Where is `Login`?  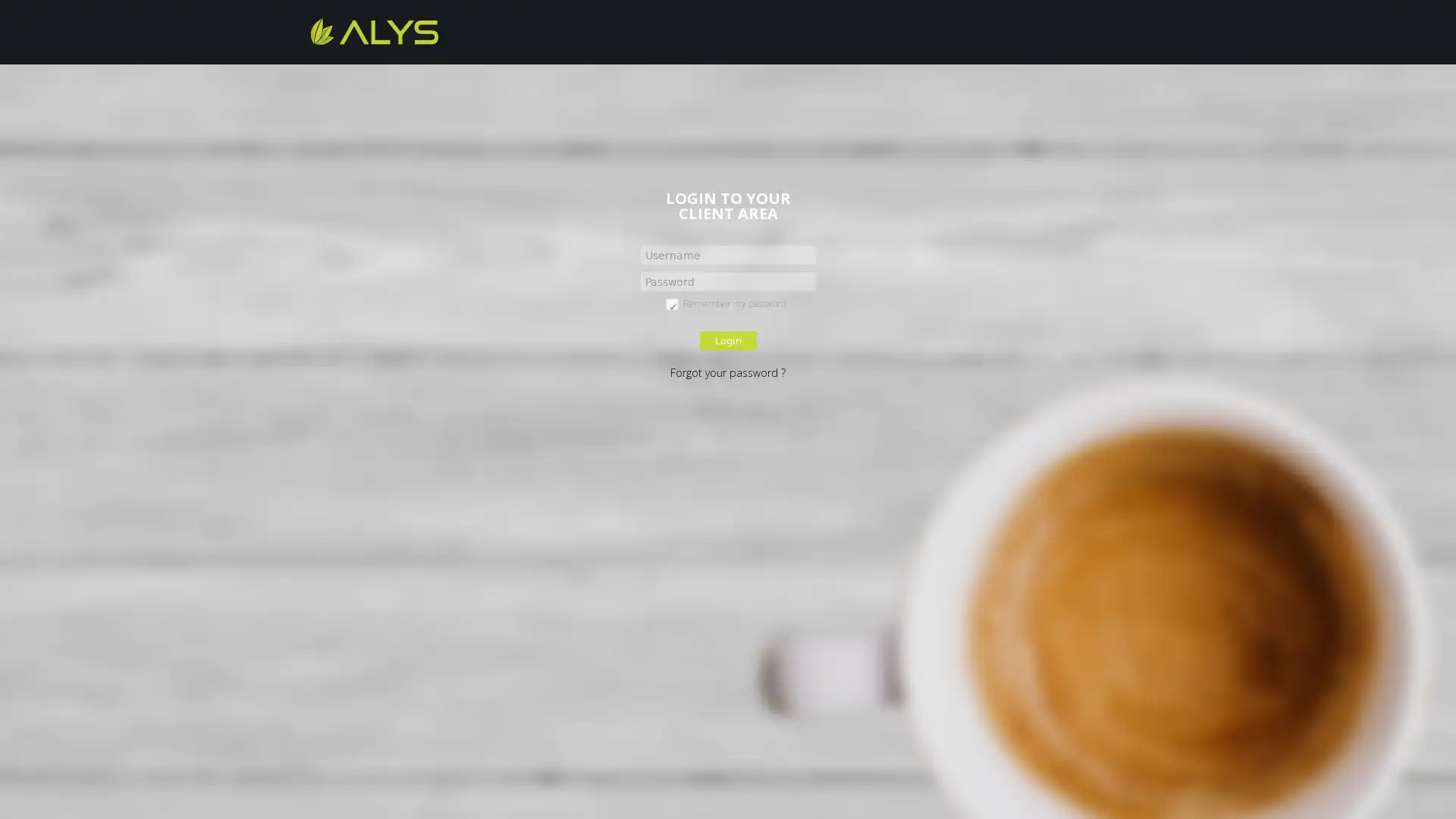 Login is located at coordinates (726, 340).